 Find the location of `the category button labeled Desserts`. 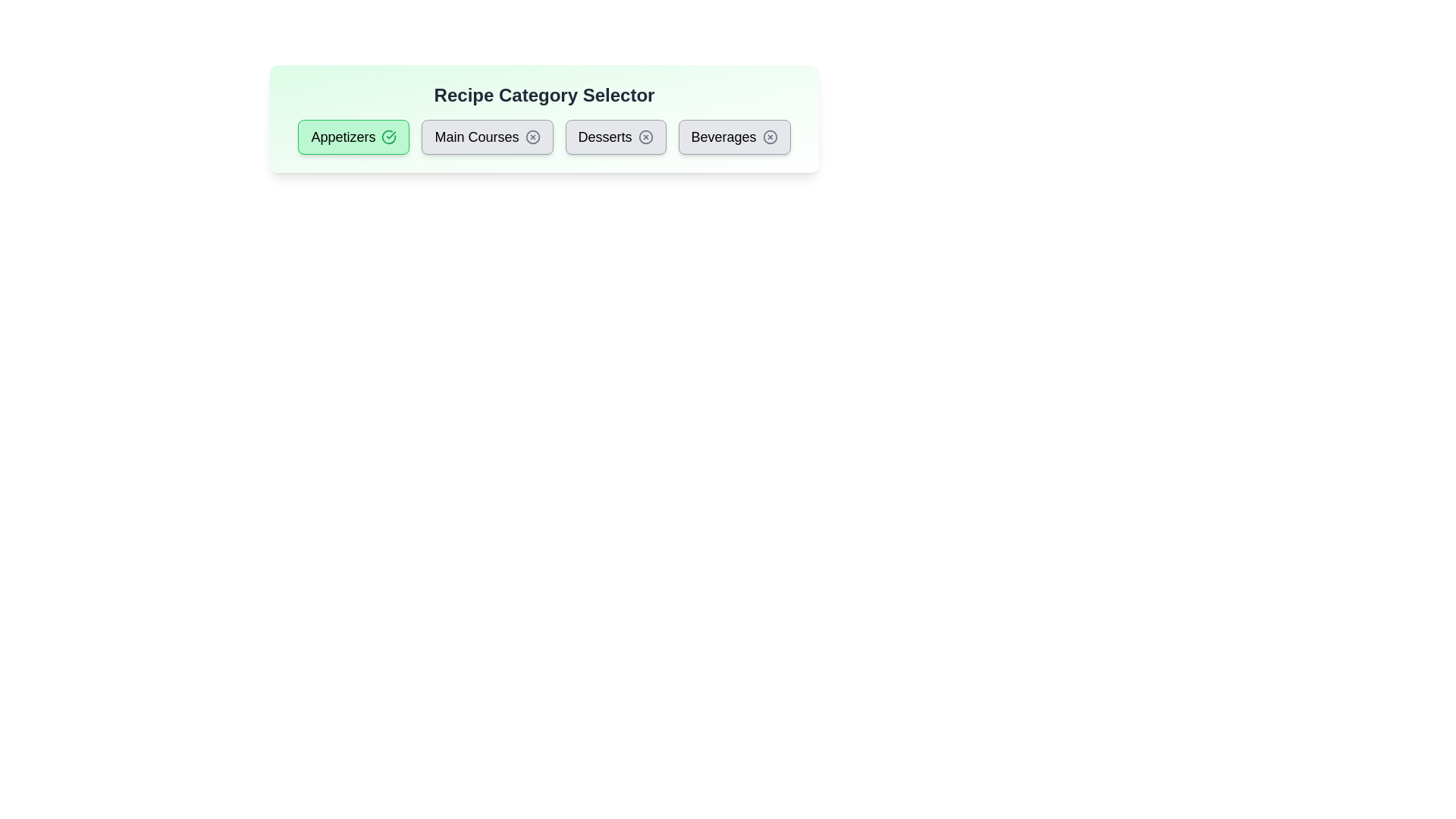

the category button labeled Desserts is located at coordinates (615, 137).